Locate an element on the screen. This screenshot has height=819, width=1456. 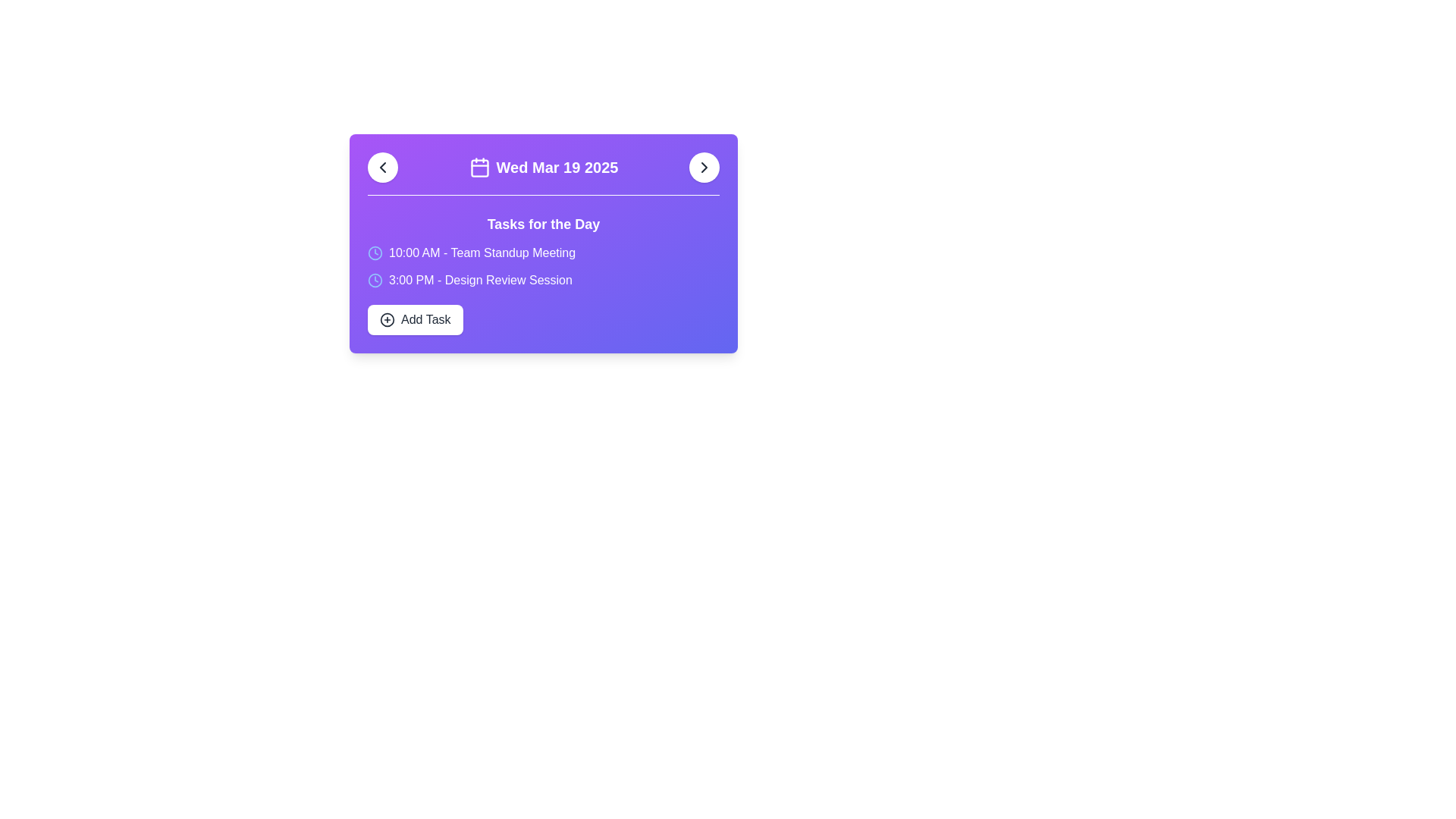
the second task in the 'Tasks for the Day' section, which displays the scheduled task's time and description, located between the '10:00 AM - Team Standup Meeting' and 'Add Task' button is located at coordinates (479, 281).